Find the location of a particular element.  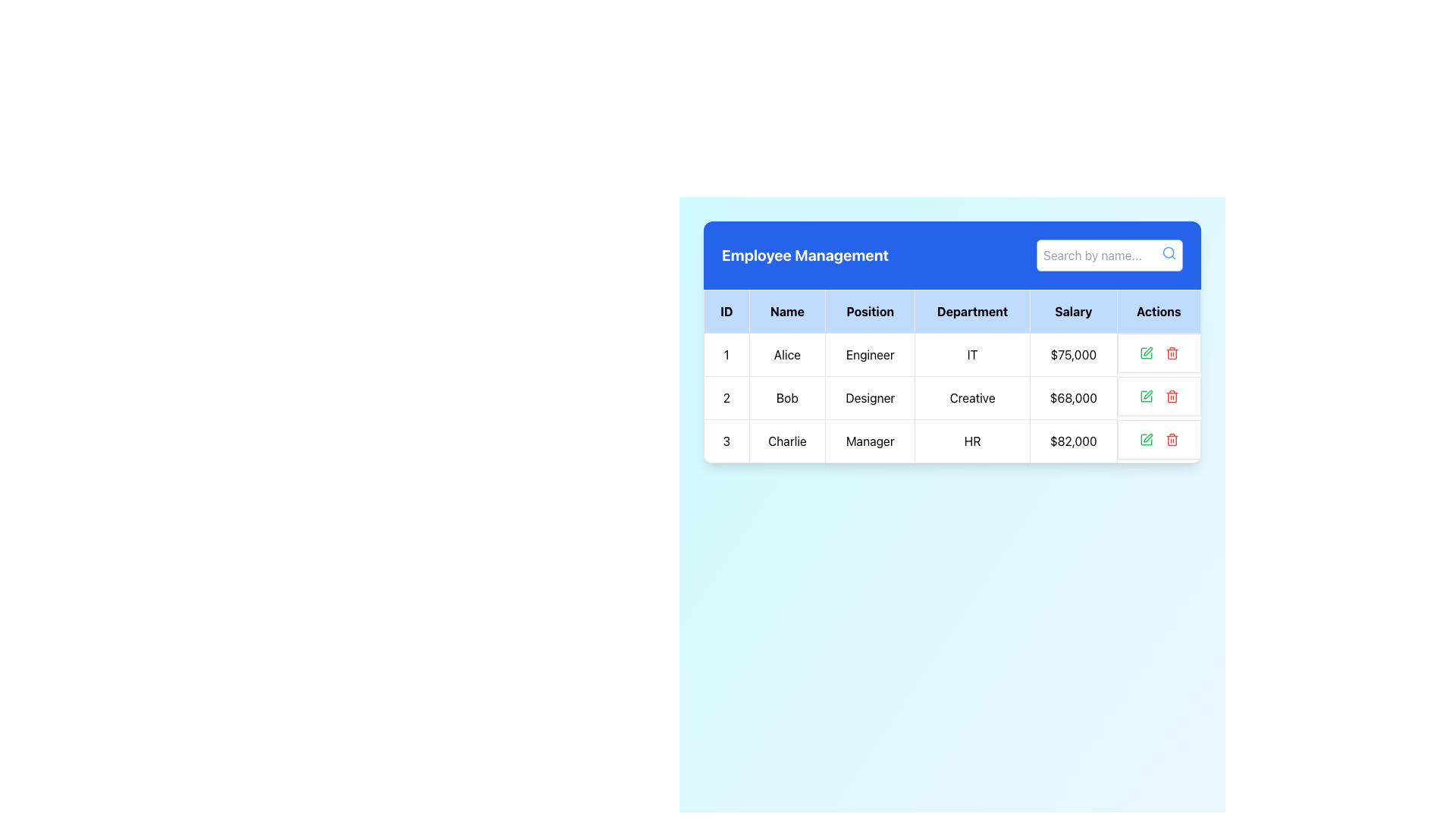

text from the Table Header Row of the Employee Management table, which contains the column labels 'ID', 'Name', 'Position', 'Department', 'Salary', and 'Actions' is located at coordinates (952, 311).